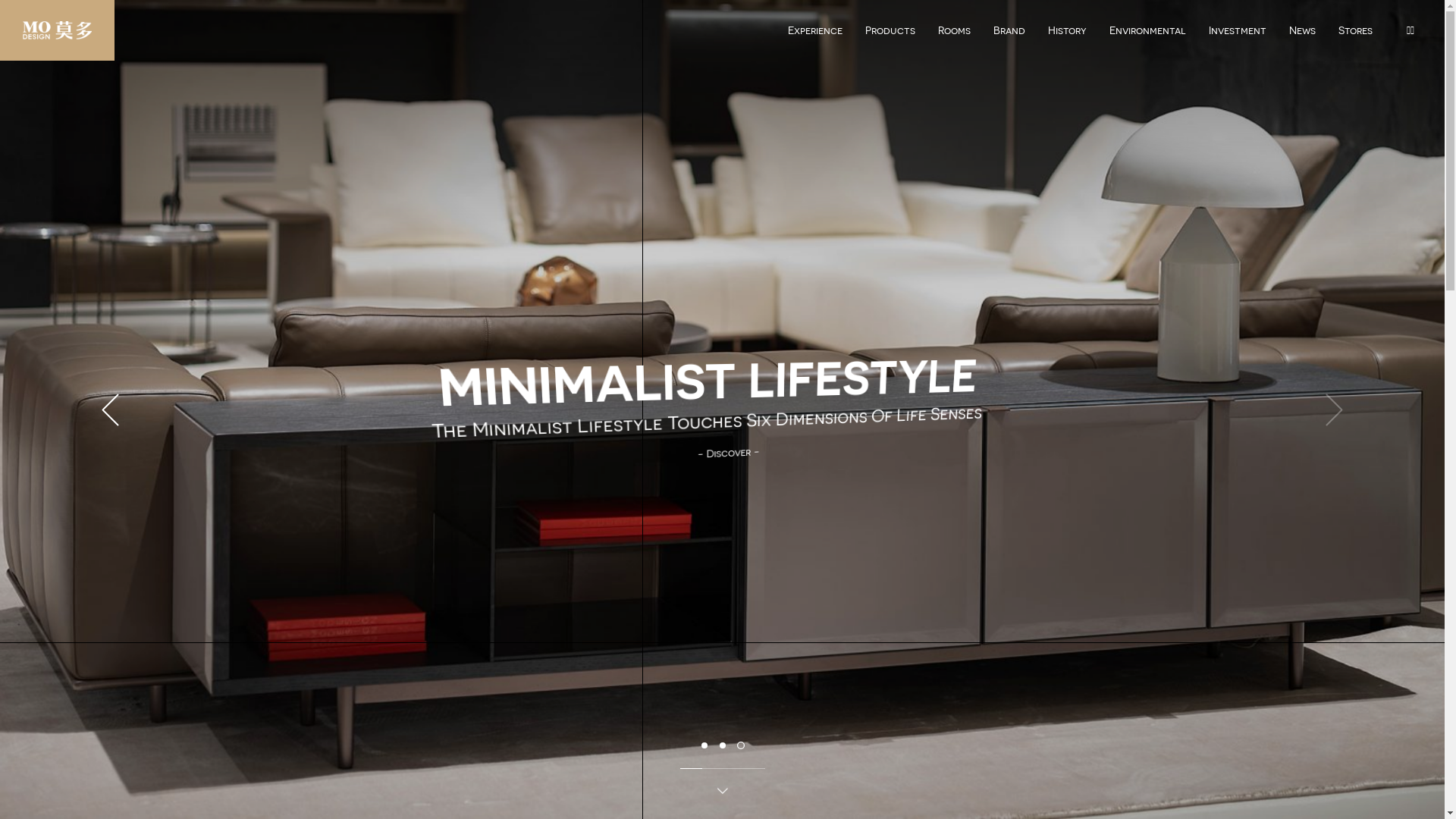 This screenshot has width=1456, height=819. I want to click on 'Experience', so click(814, 25).